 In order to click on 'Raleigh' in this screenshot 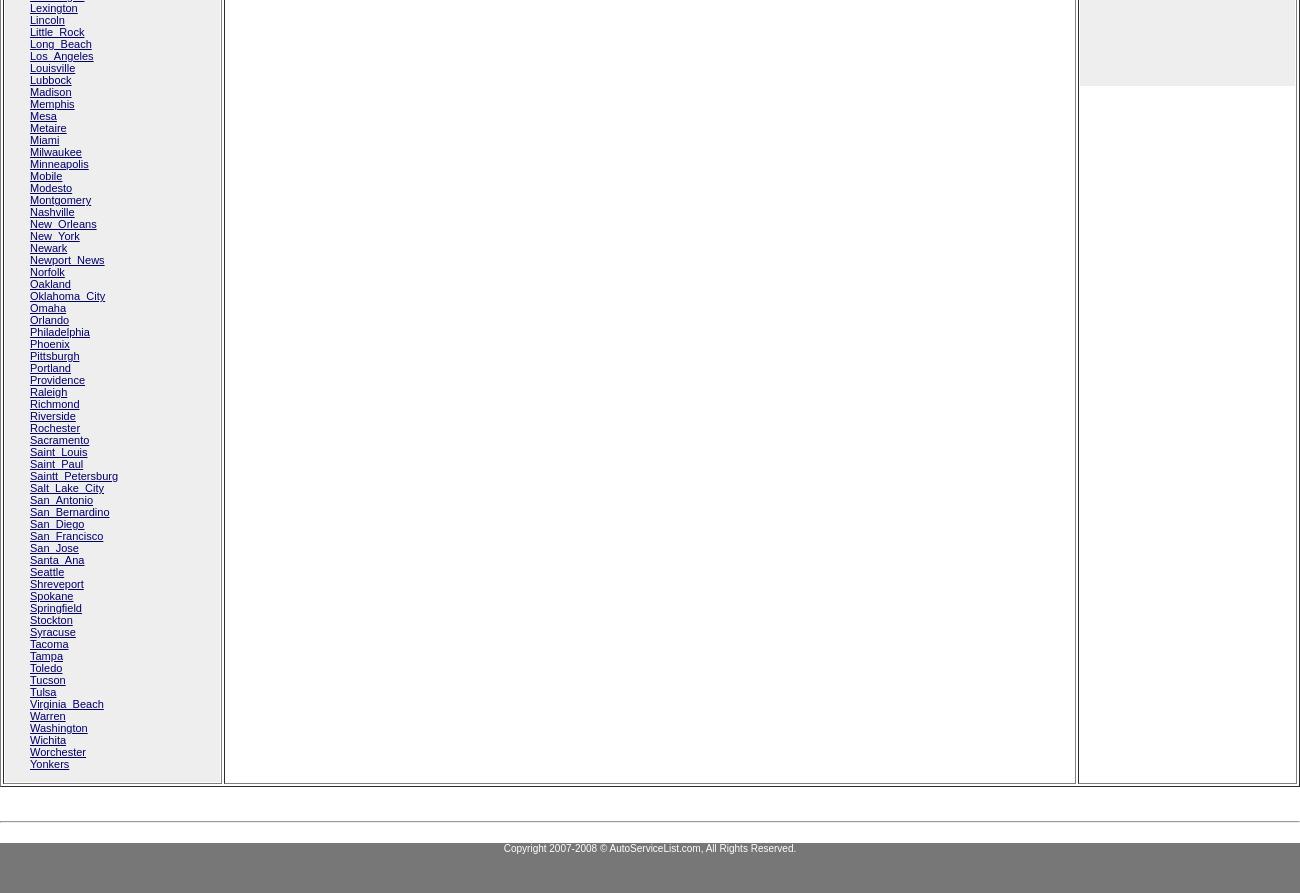, I will do `click(29, 392)`.